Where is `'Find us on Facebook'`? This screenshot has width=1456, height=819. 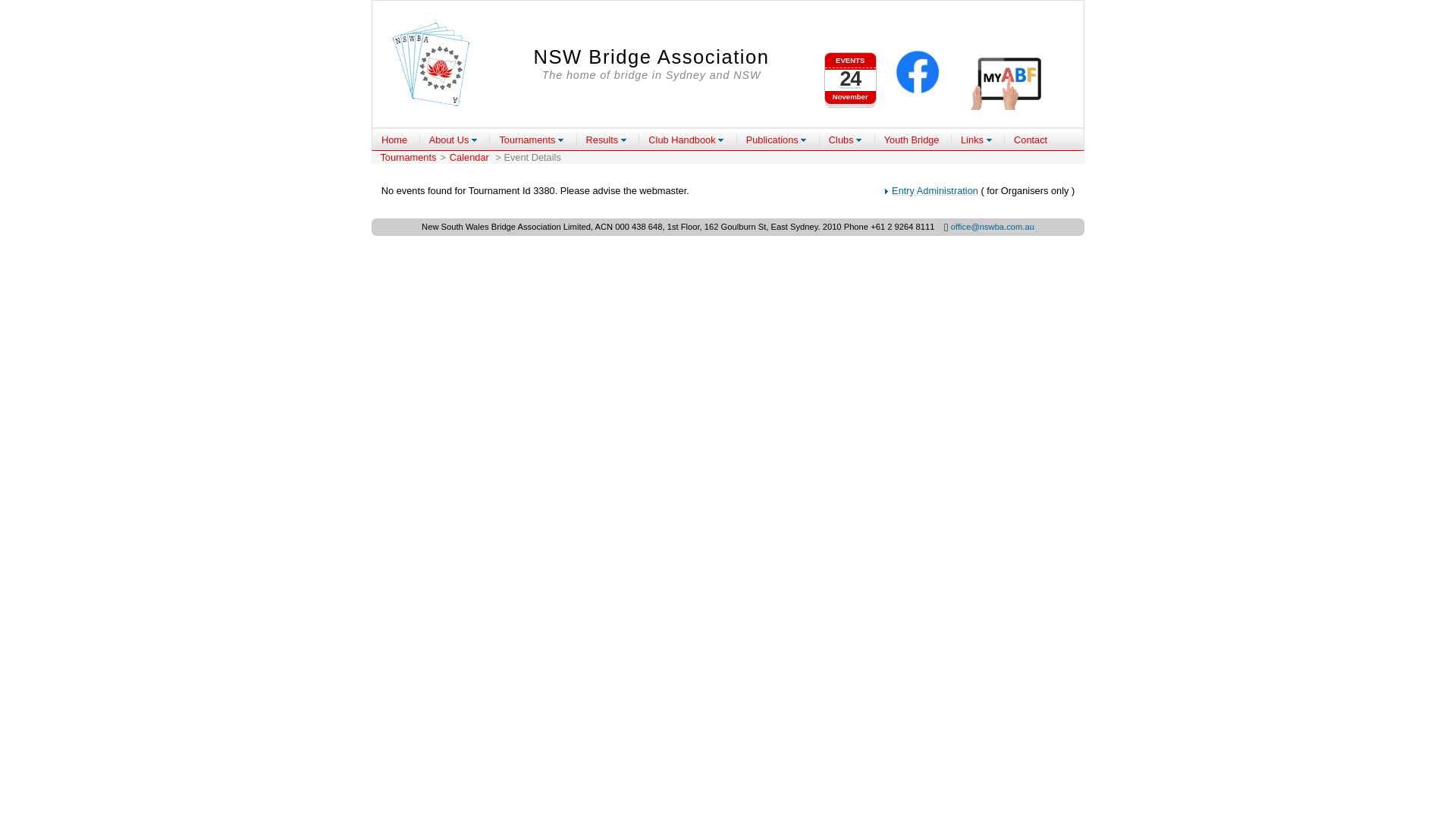
'Find us on Facebook' is located at coordinates (916, 73).